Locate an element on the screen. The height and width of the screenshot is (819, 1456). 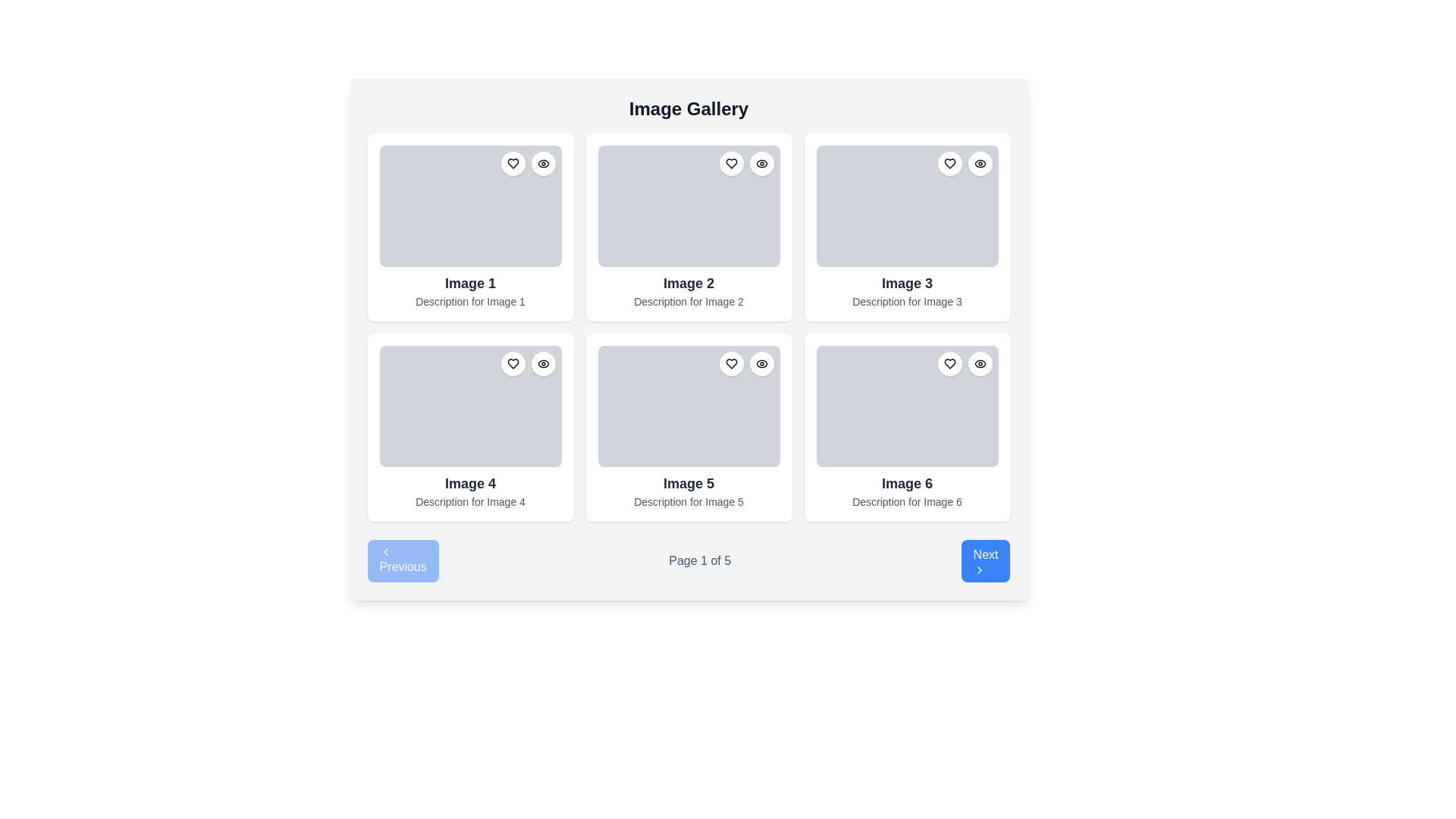
the eye icon button located in the upper-right corner of the card for 'Image 5' in the gallery layout is located at coordinates (761, 363).